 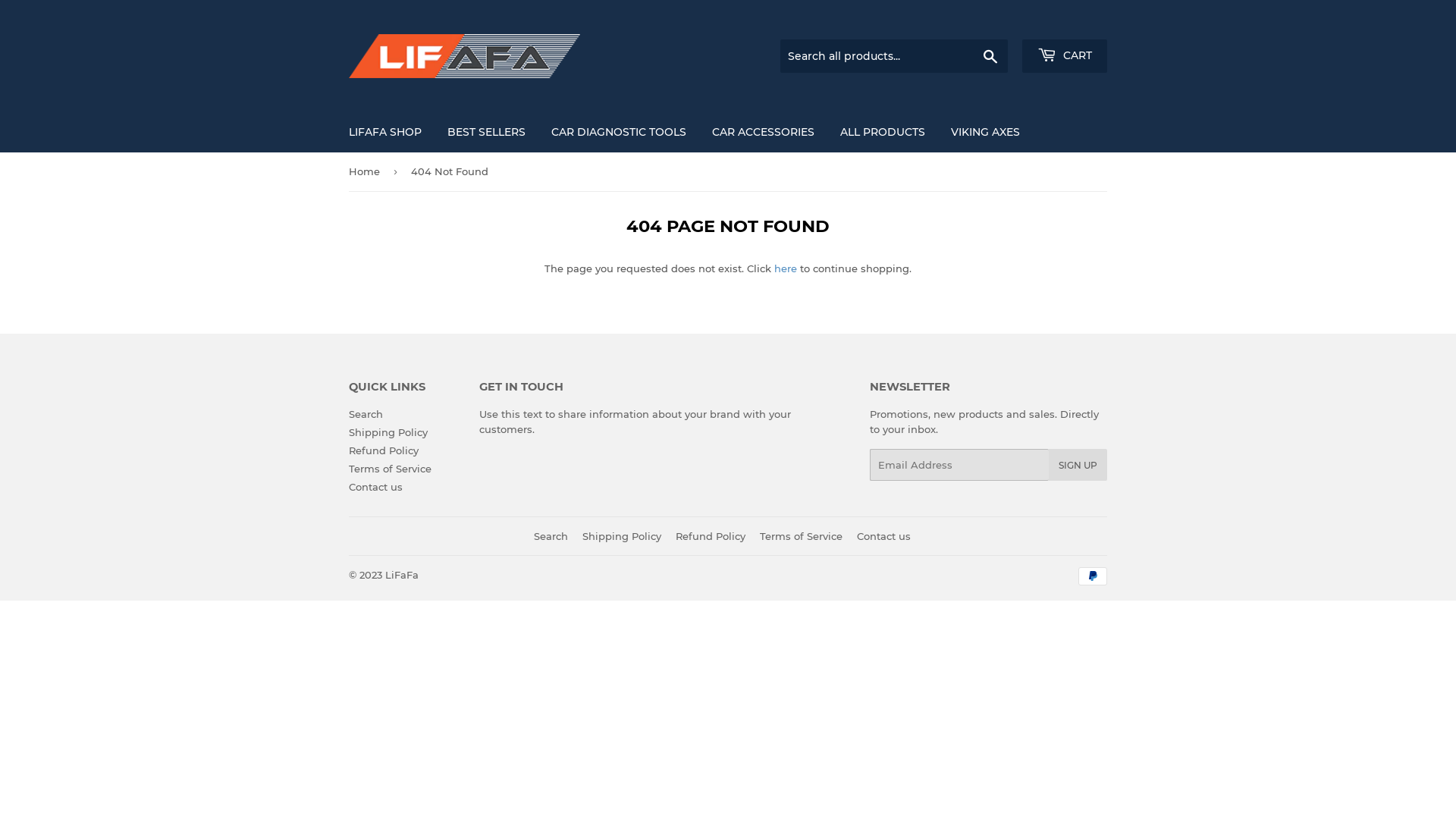 I want to click on 'BEST SELLERS', so click(x=435, y=130).